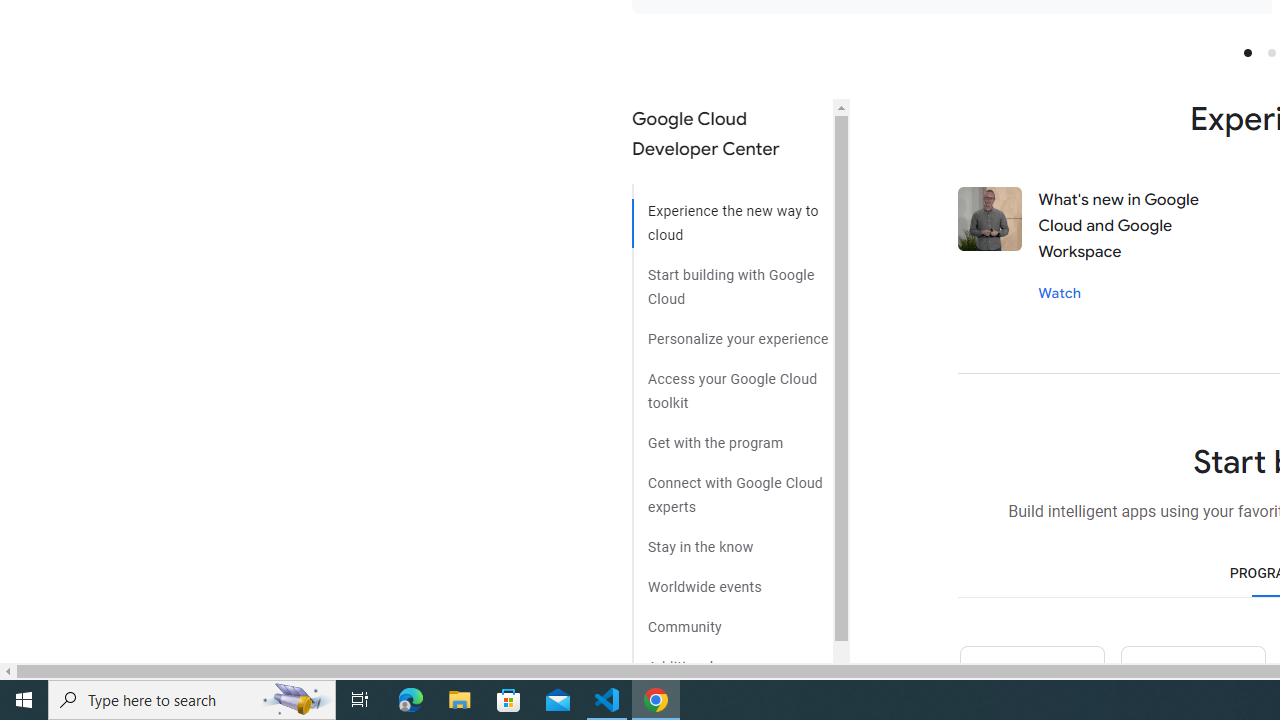  Describe the element at coordinates (731, 216) in the screenshot. I see `'Experience the new way to cloud'` at that location.